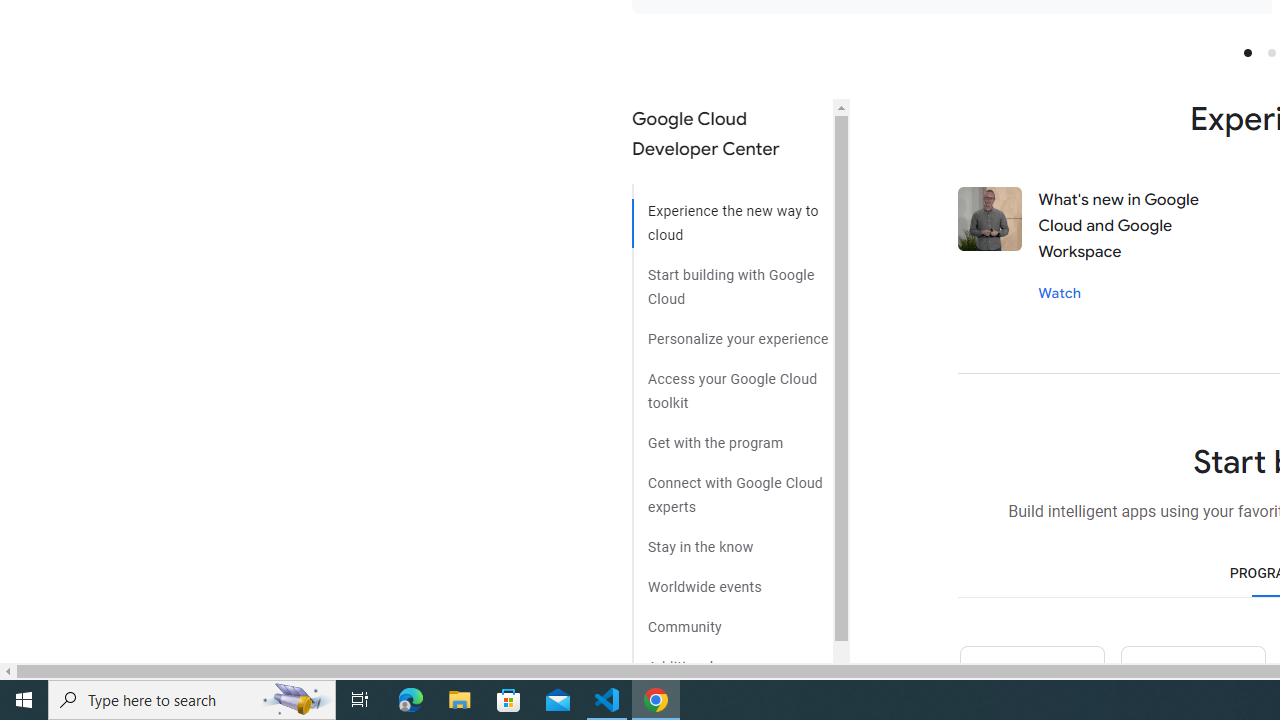  Describe the element at coordinates (731, 216) in the screenshot. I see `'Experience the new way to cloud'` at that location.